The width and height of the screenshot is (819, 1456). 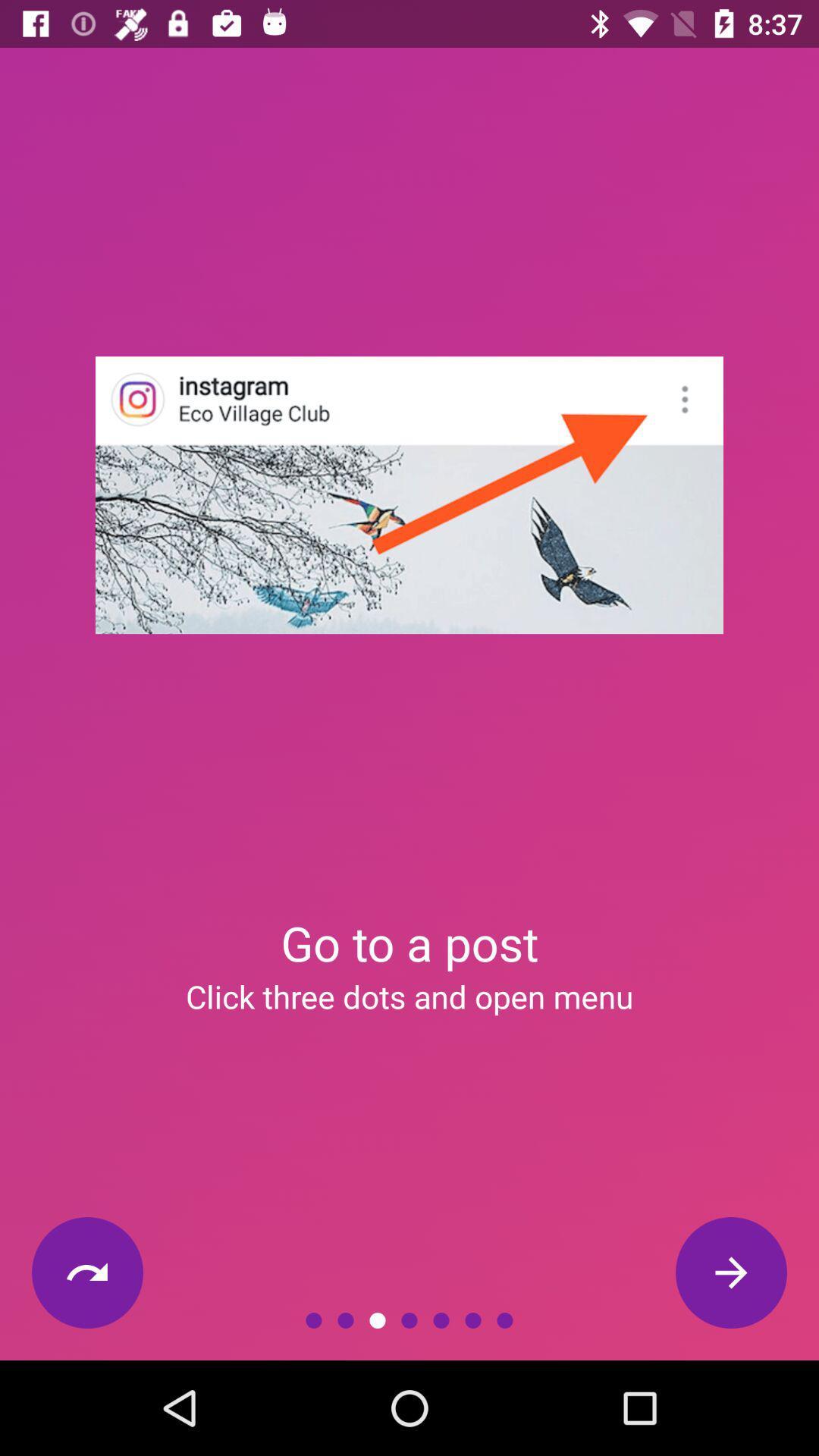 I want to click on the icon below the click three dots, so click(x=87, y=1272).